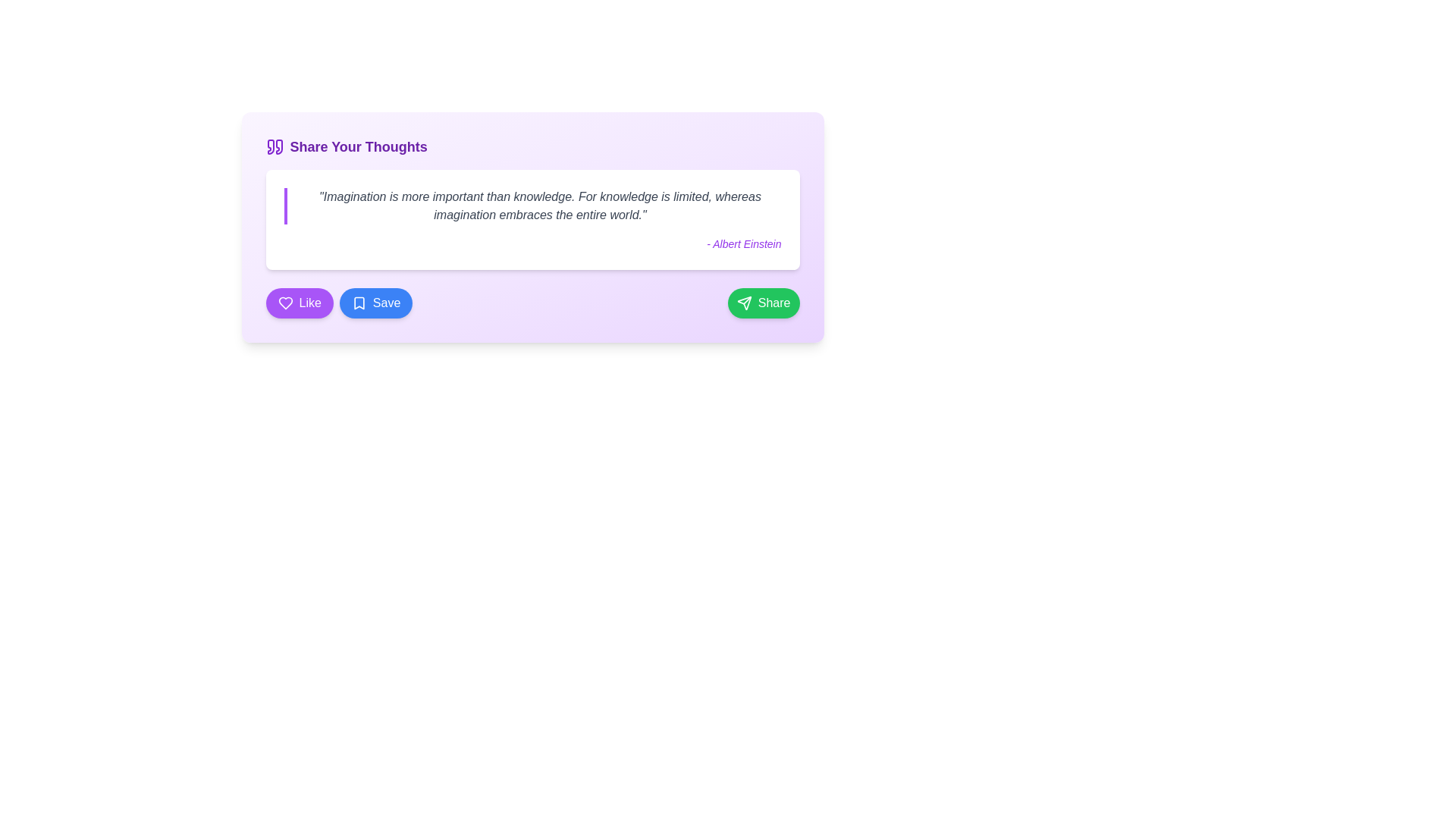  What do you see at coordinates (285, 303) in the screenshot?
I see `the heart-shaped icon with a purple fill and white outline within the 'Like' button` at bounding box center [285, 303].